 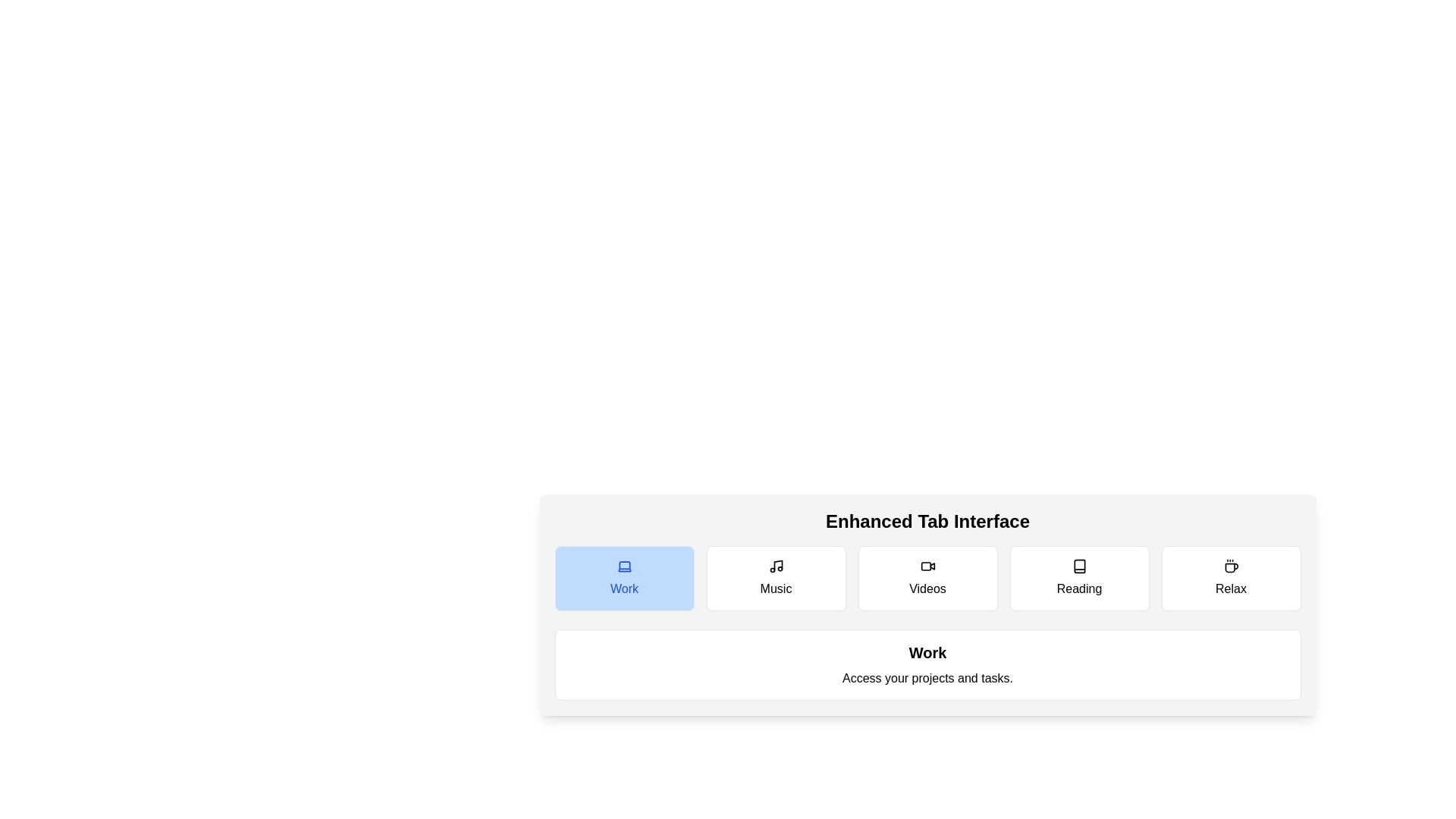 I want to click on the tab button labeled Relax to observe its hover effect, so click(x=1231, y=579).